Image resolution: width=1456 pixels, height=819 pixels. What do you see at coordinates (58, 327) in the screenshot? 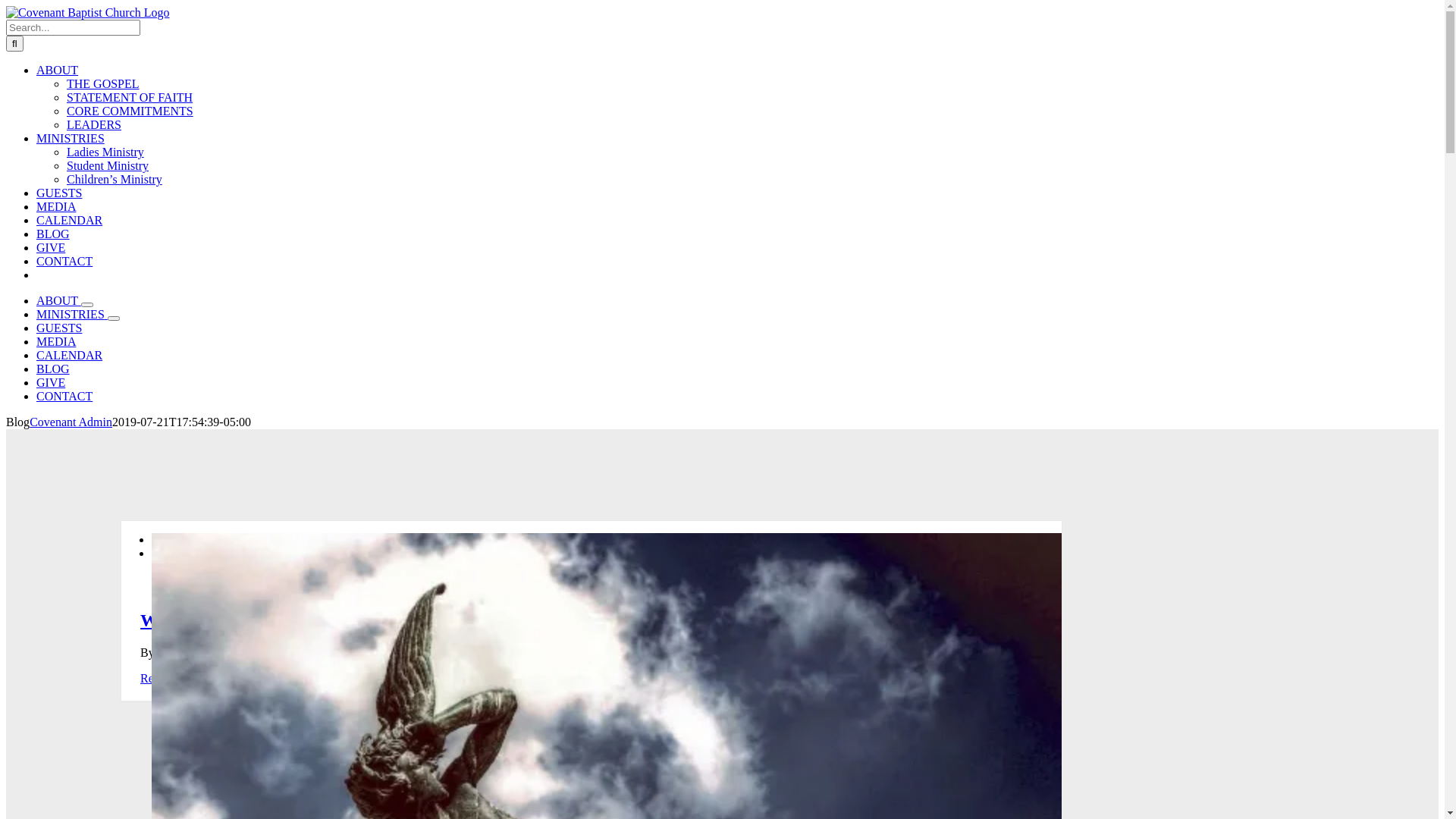
I see `'GUESTS'` at bounding box center [58, 327].